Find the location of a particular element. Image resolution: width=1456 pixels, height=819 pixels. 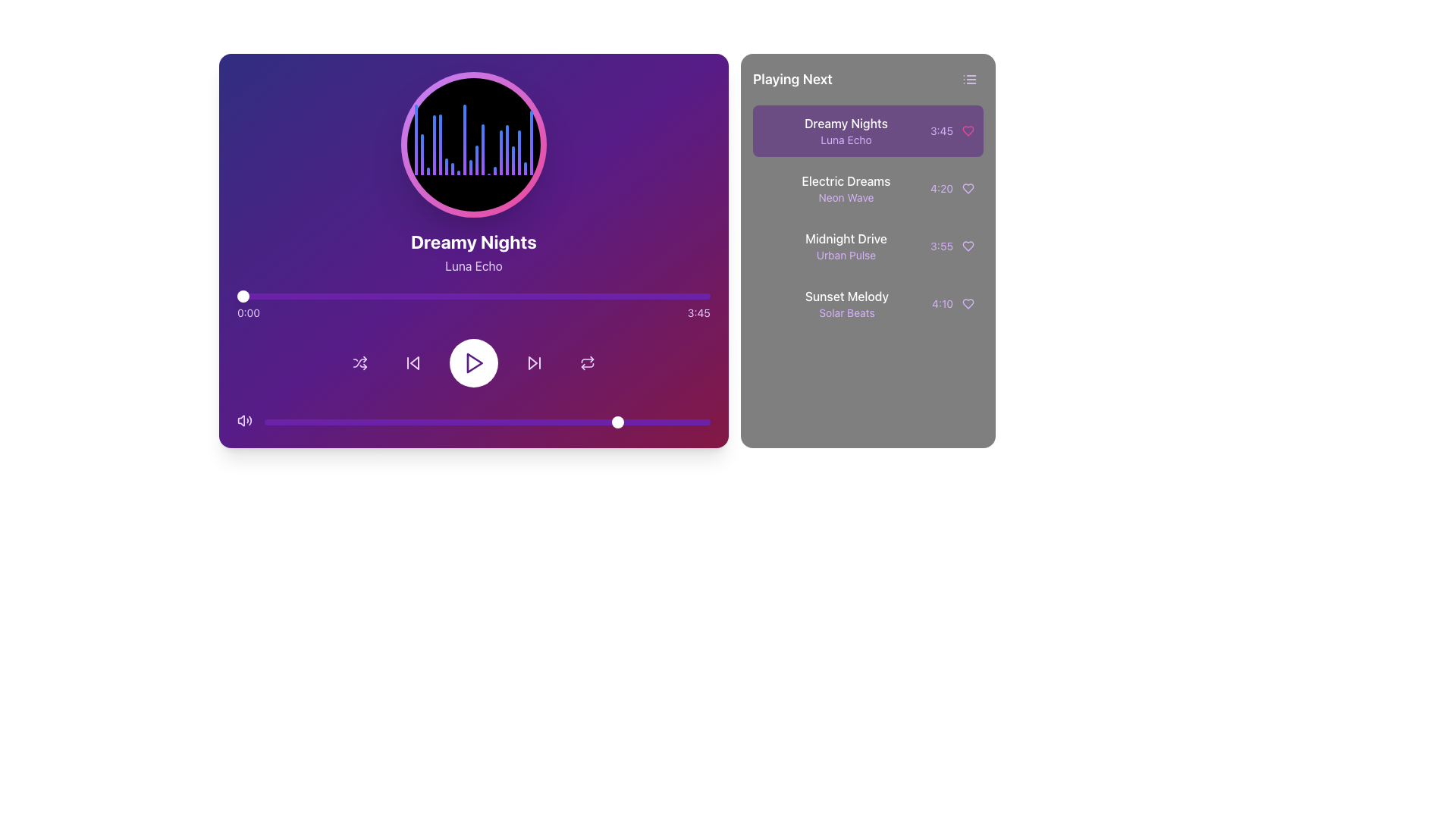

the graphical equalizer or visualizer located at the center of the main music player section is located at coordinates (472, 138).